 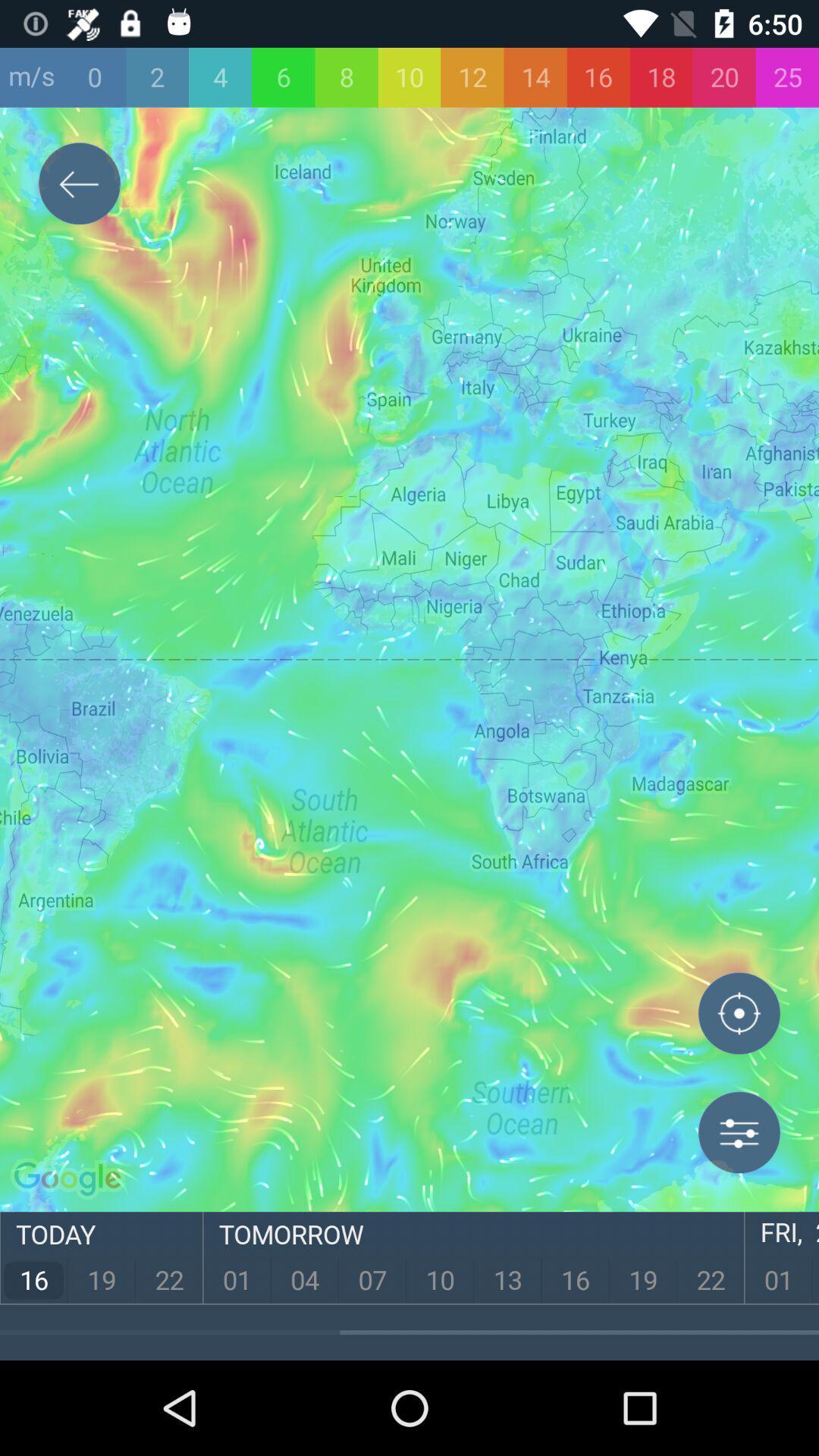 I want to click on exit button, so click(x=79, y=186).